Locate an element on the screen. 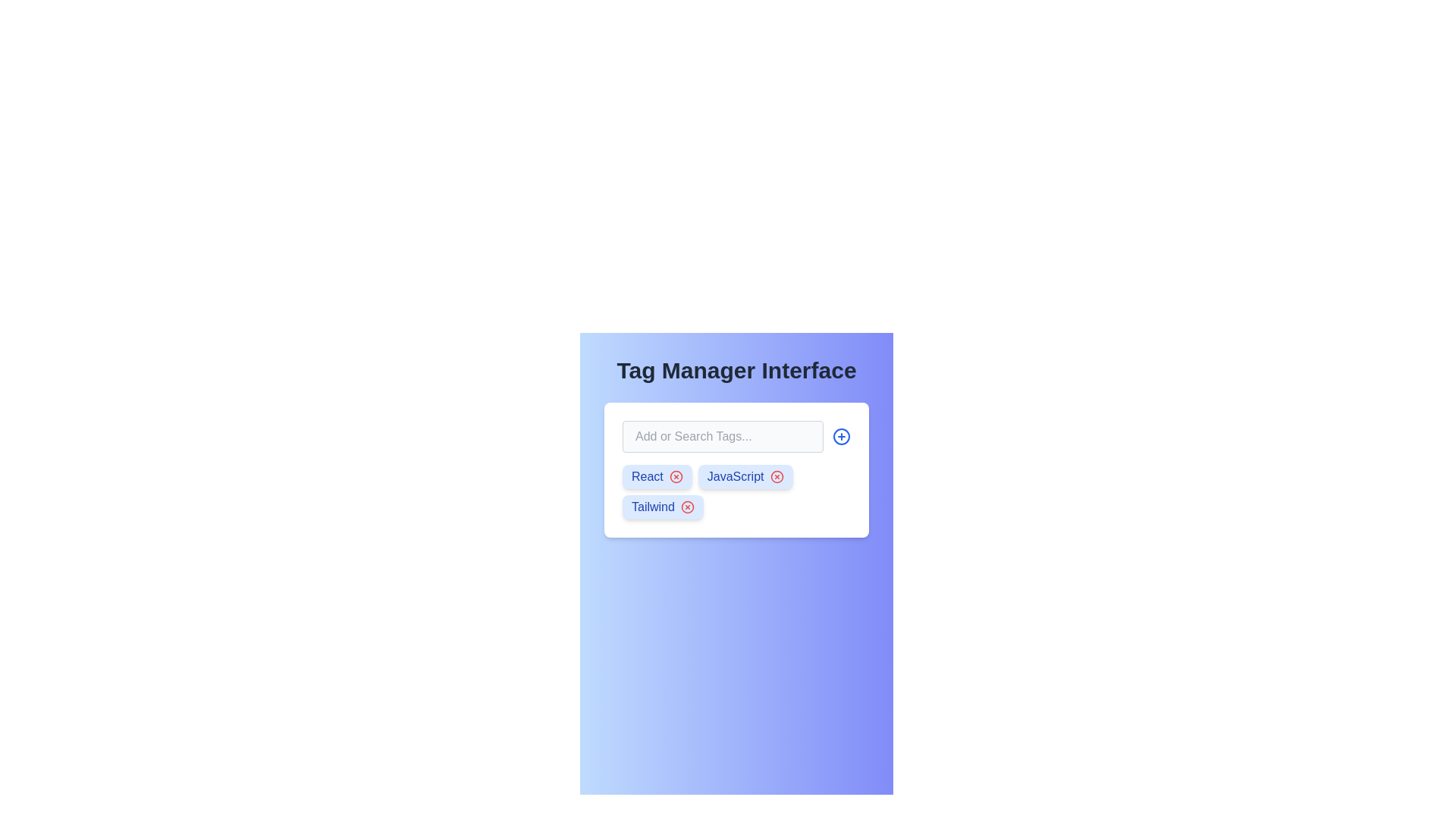  the text label displaying 'JavaScript' with medium font weight, which is part of a tag component with a blue background and rounded edges, located in the center of the tag is located at coordinates (736, 475).